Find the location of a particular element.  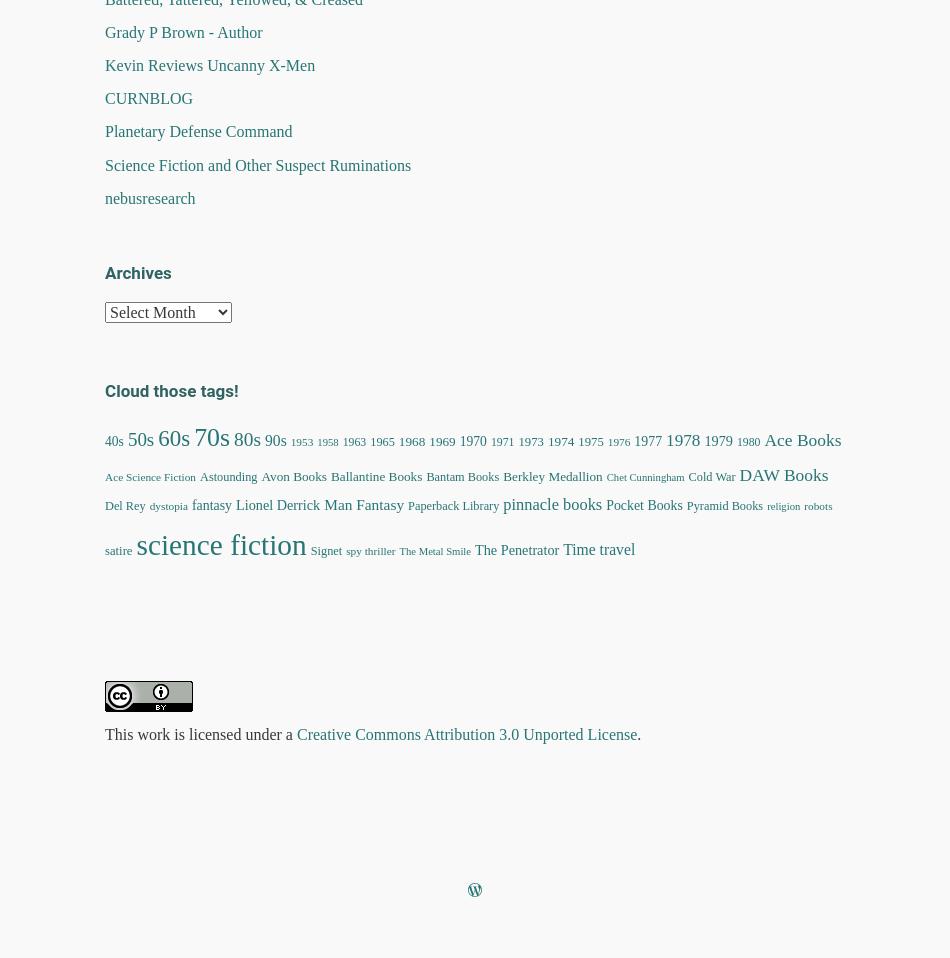

'nebusresearch' is located at coordinates (150, 196).